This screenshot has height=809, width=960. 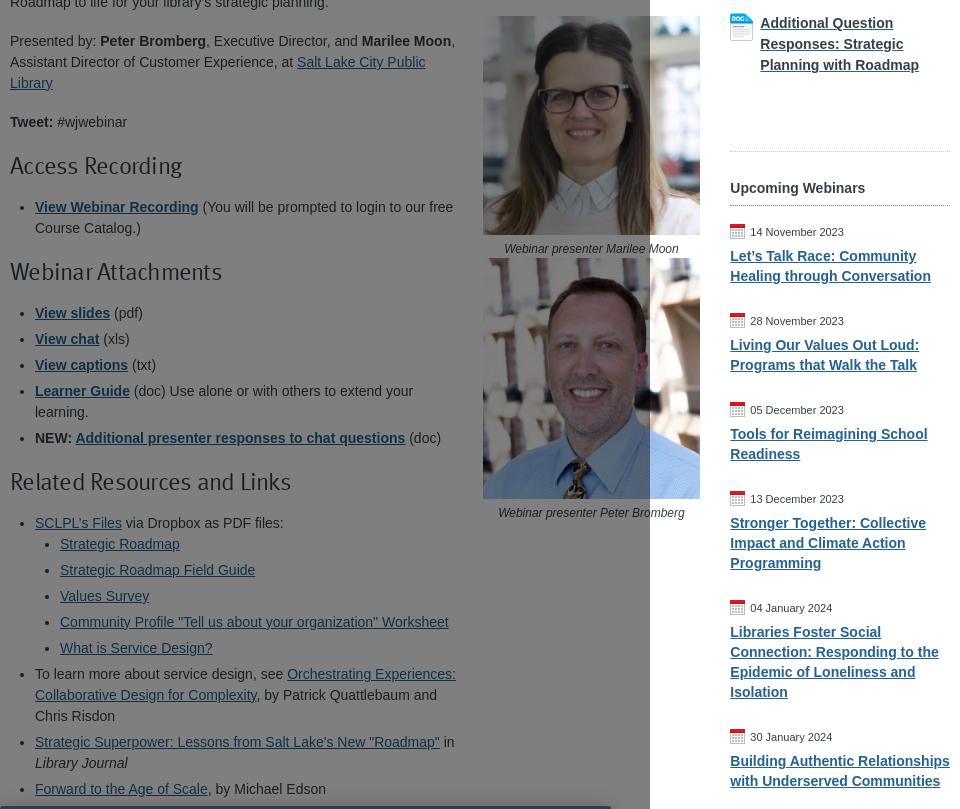 What do you see at coordinates (240, 436) in the screenshot?
I see `'Additional presenter responses to chat questions'` at bounding box center [240, 436].